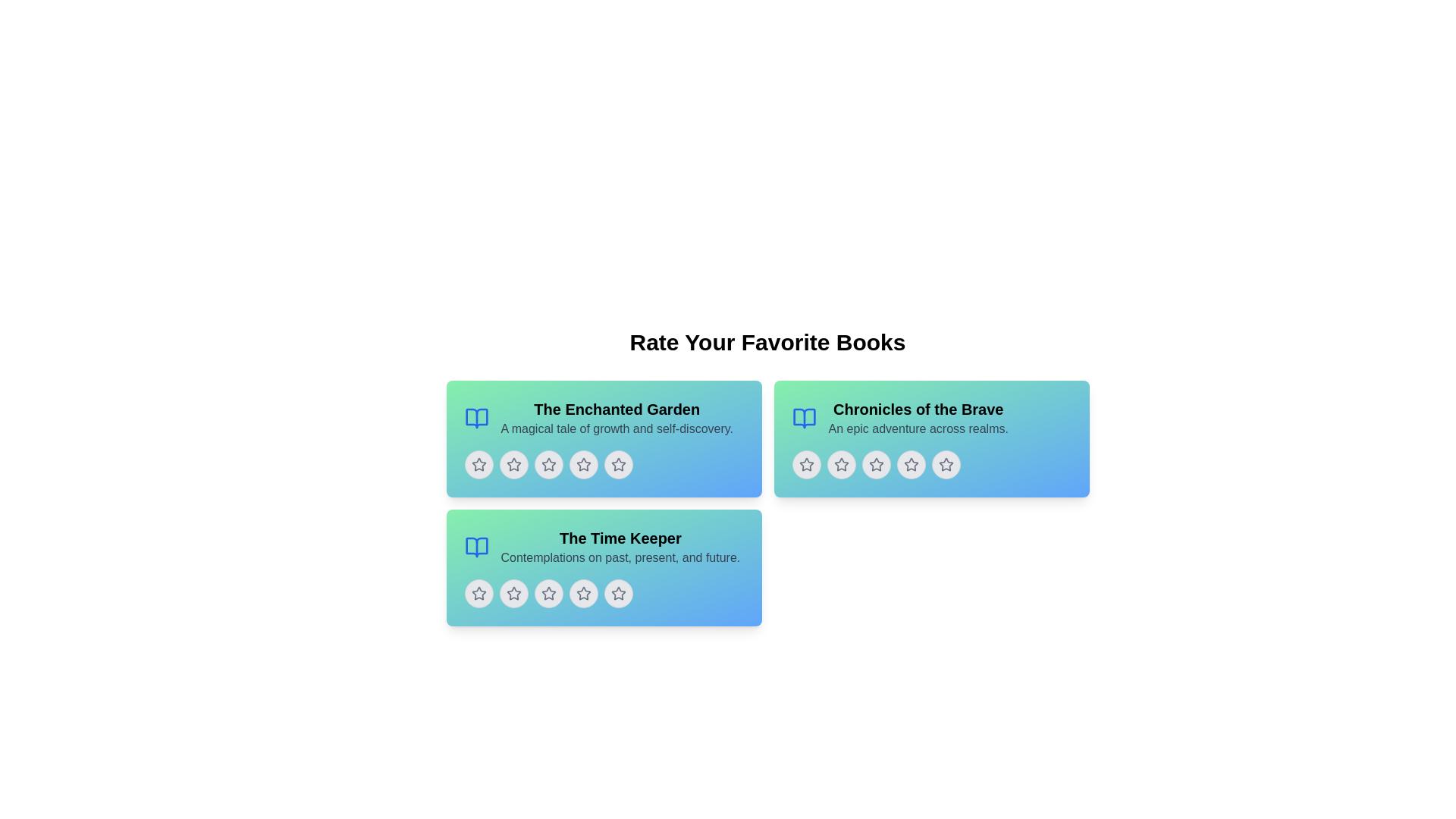  Describe the element at coordinates (582, 592) in the screenshot. I see `the fourth star outline icon in the book-rating interface for a visual effect` at that location.